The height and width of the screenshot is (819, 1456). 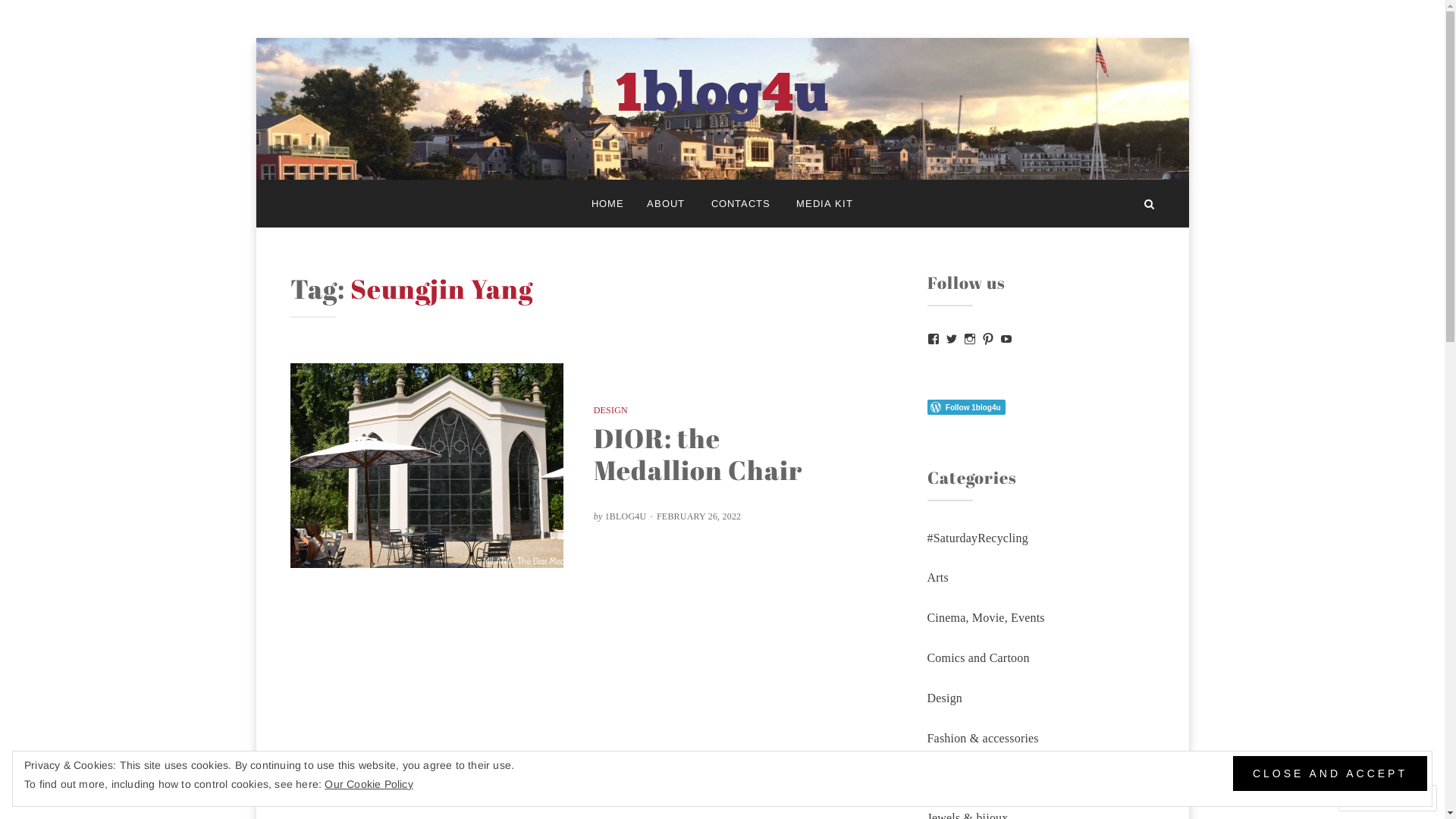 I want to click on '1BLOG4U', so click(x=626, y=516).